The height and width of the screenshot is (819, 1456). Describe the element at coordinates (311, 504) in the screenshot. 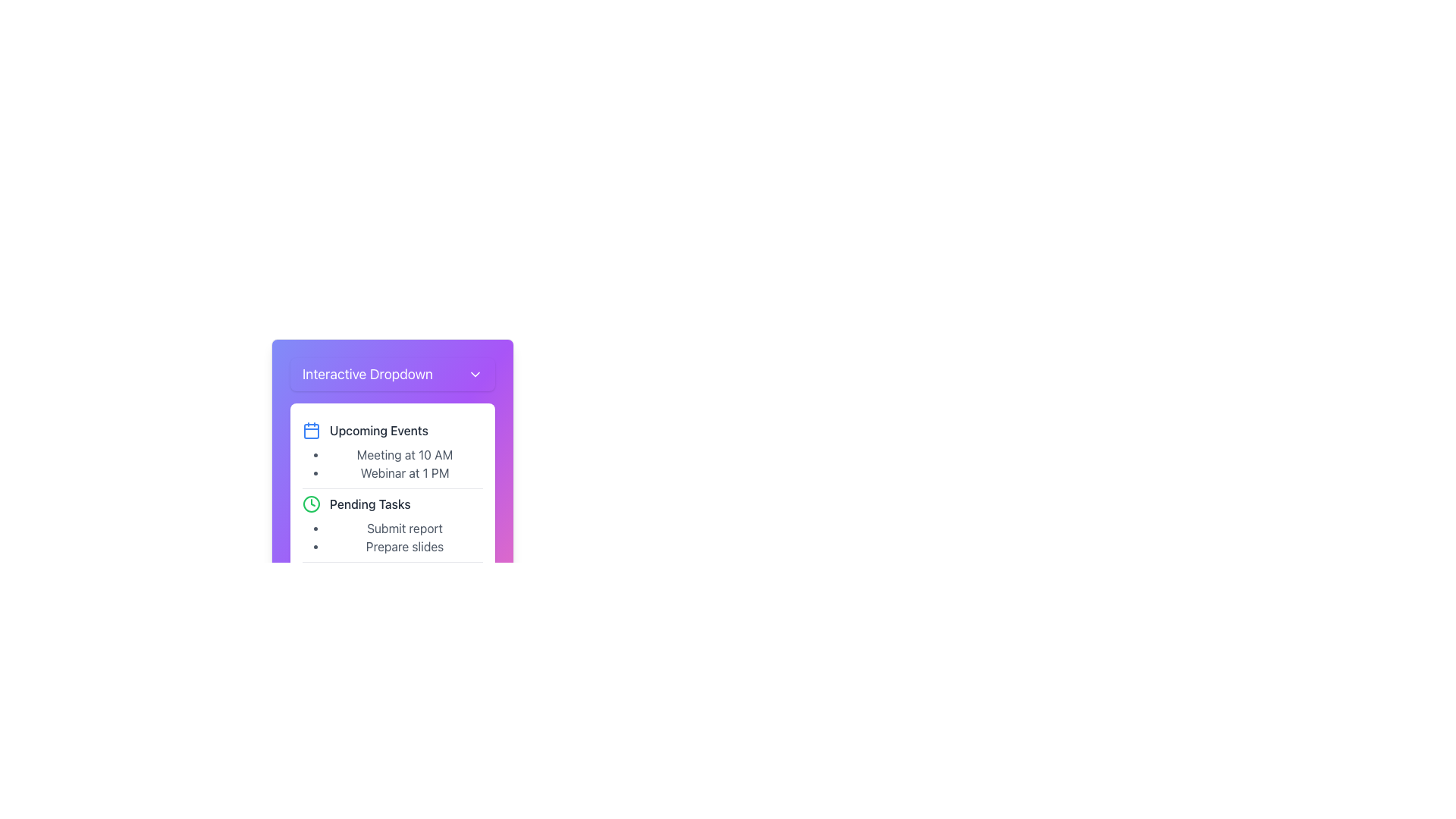

I see `the clock icon representing the 'Pending Tasks' section, located at the leftmost part of the row in the dropdown menu` at that location.